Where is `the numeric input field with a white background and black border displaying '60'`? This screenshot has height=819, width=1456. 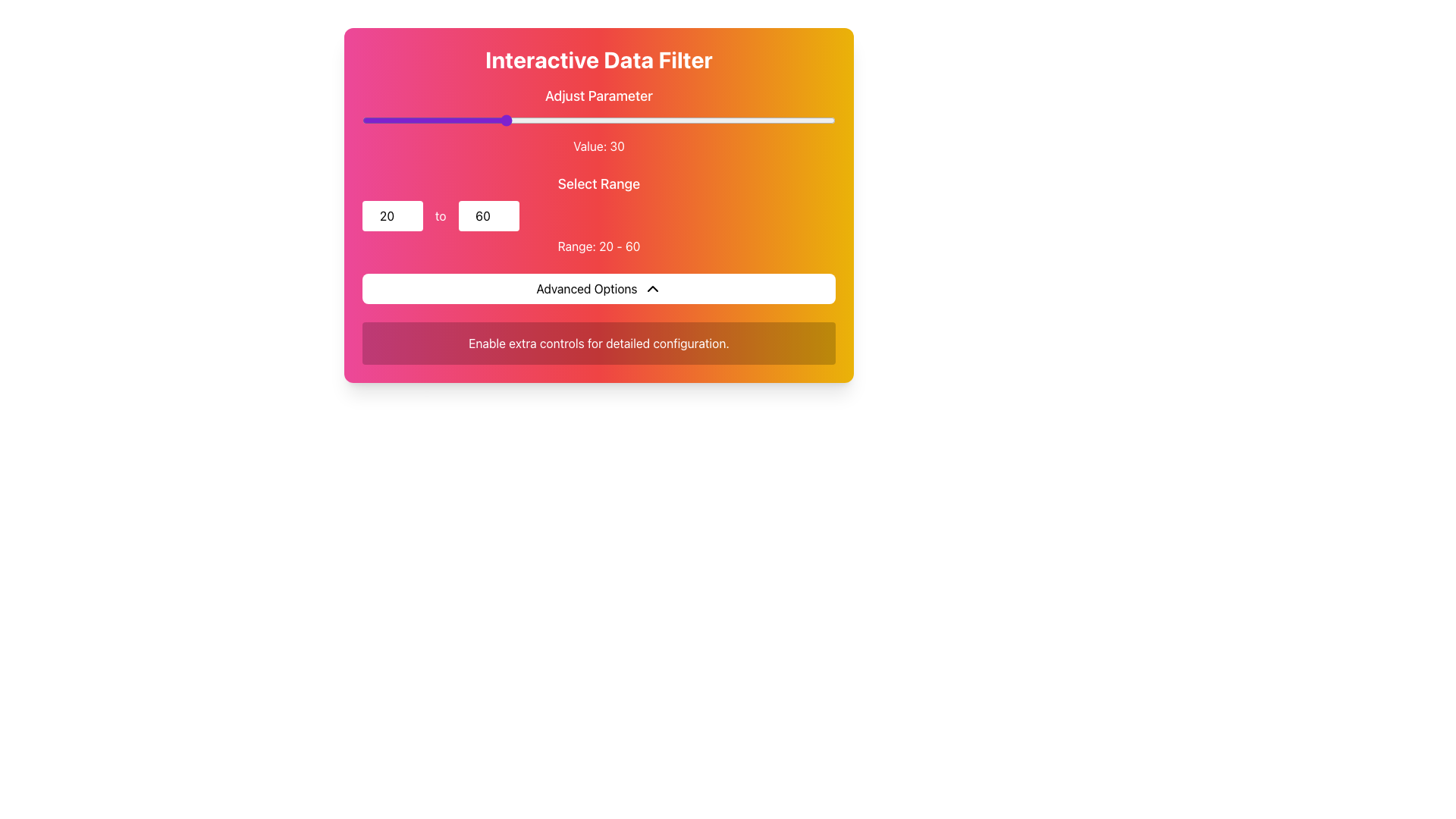 the numeric input field with a white background and black border displaying '60' is located at coordinates (488, 216).